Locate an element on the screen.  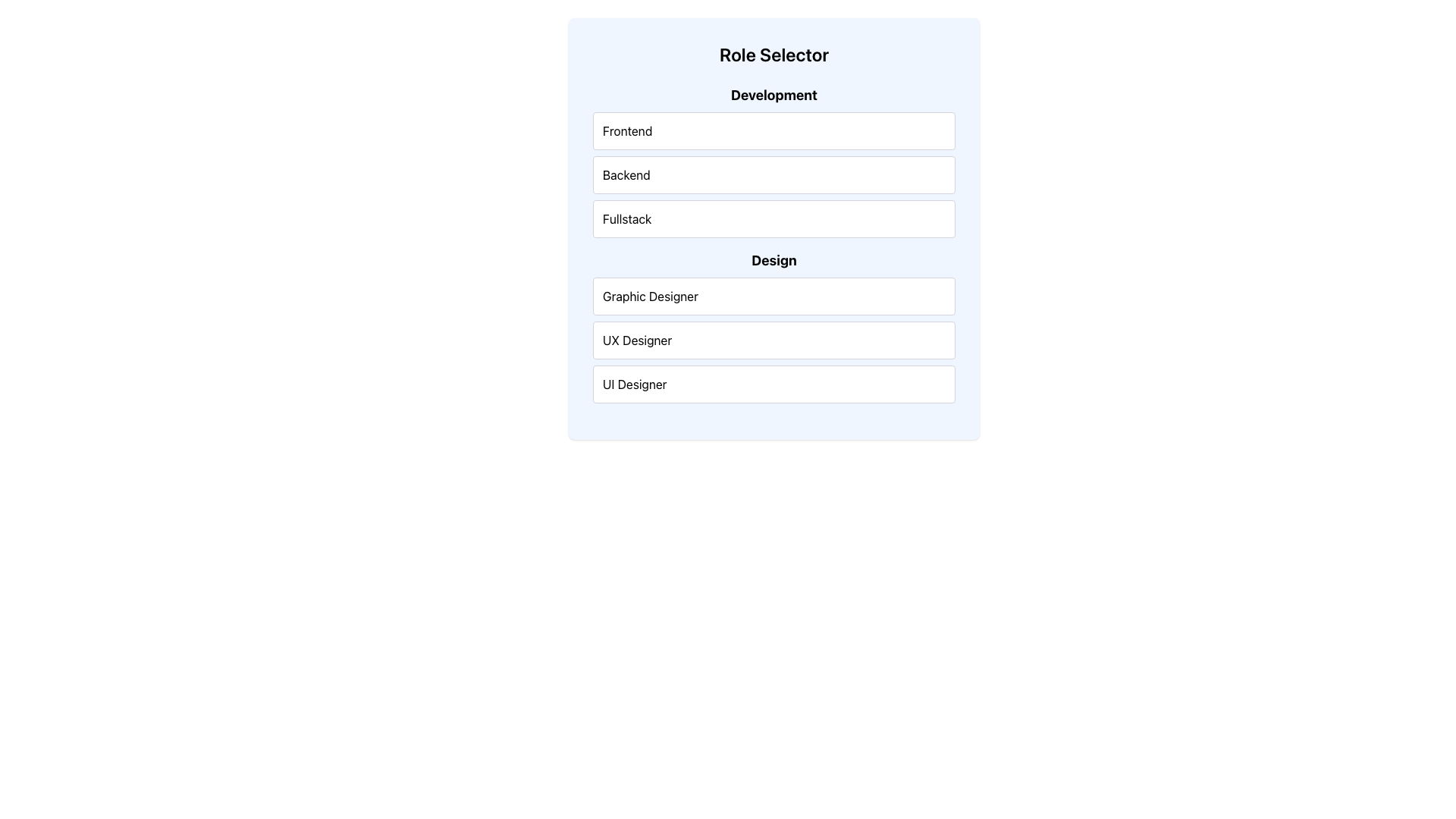
the 'Fullstack' role name text label located in the 'Development' section of the role selector interface is located at coordinates (626, 219).